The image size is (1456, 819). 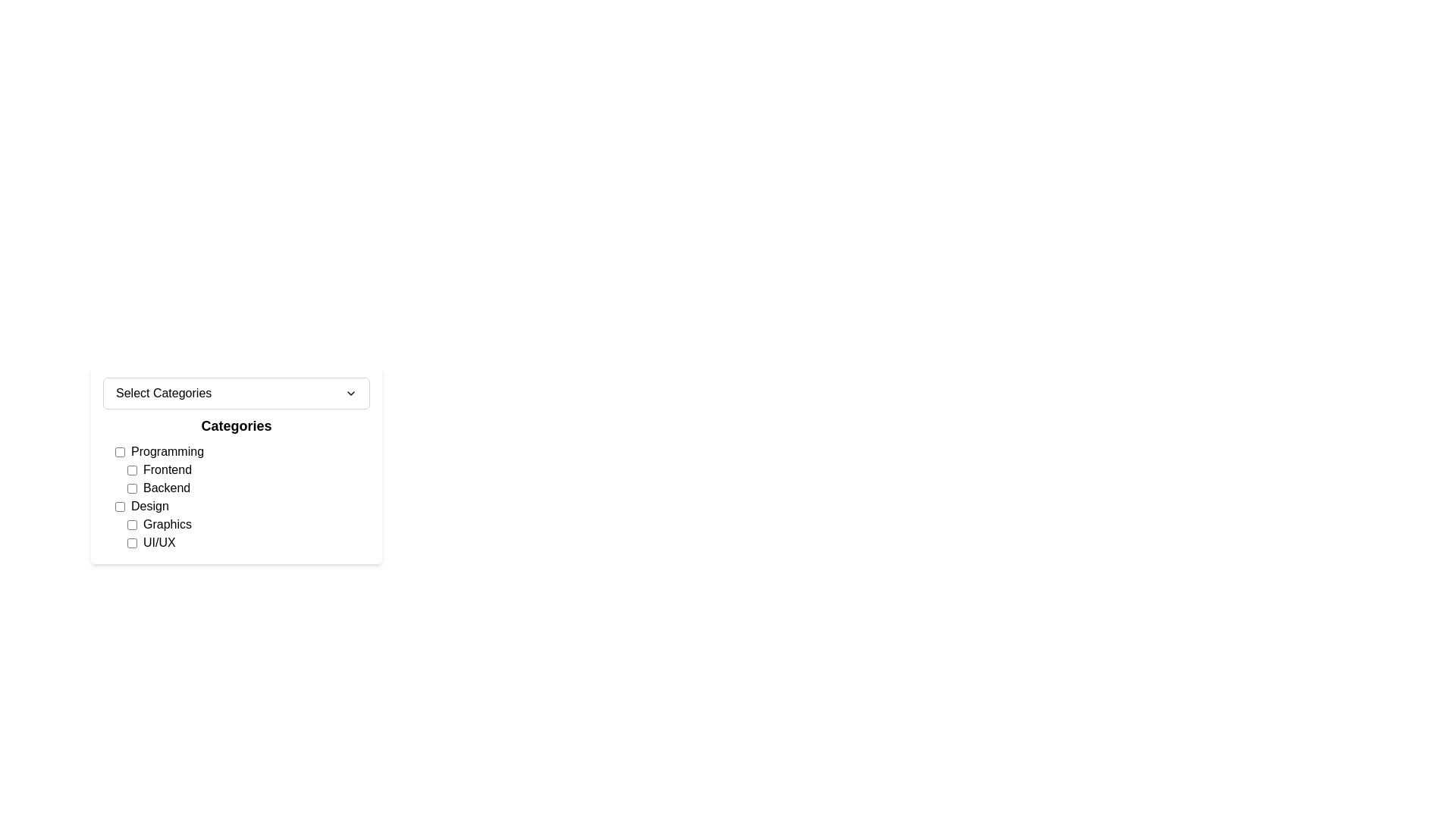 What do you see at coordinates (248, 488) in the screenshot?
I see `the 'Backend' checkbox by using the keyboard` at bounding box center [248, 488].